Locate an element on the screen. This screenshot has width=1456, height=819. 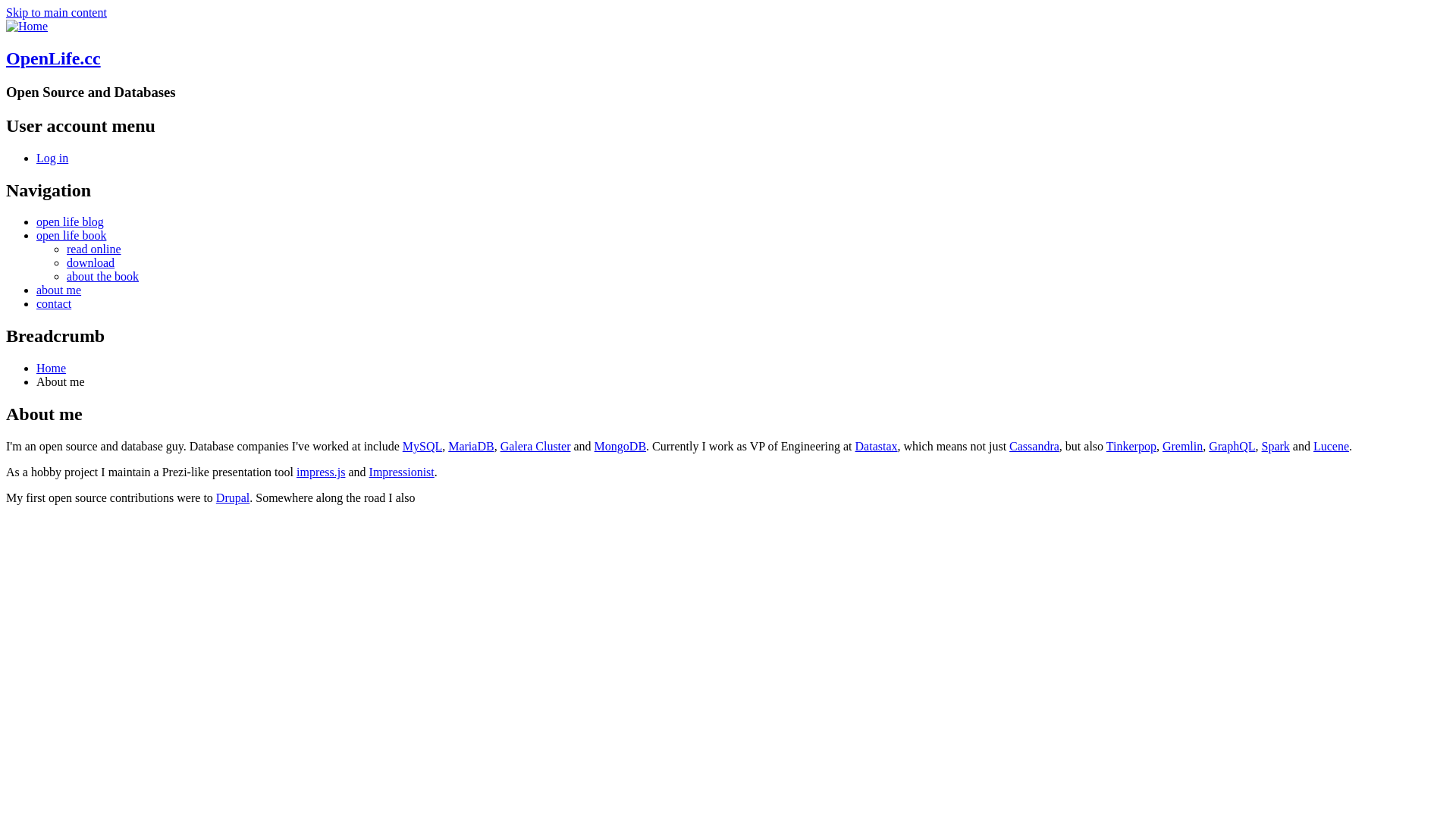
'download' is located at coordinates (65, 262).